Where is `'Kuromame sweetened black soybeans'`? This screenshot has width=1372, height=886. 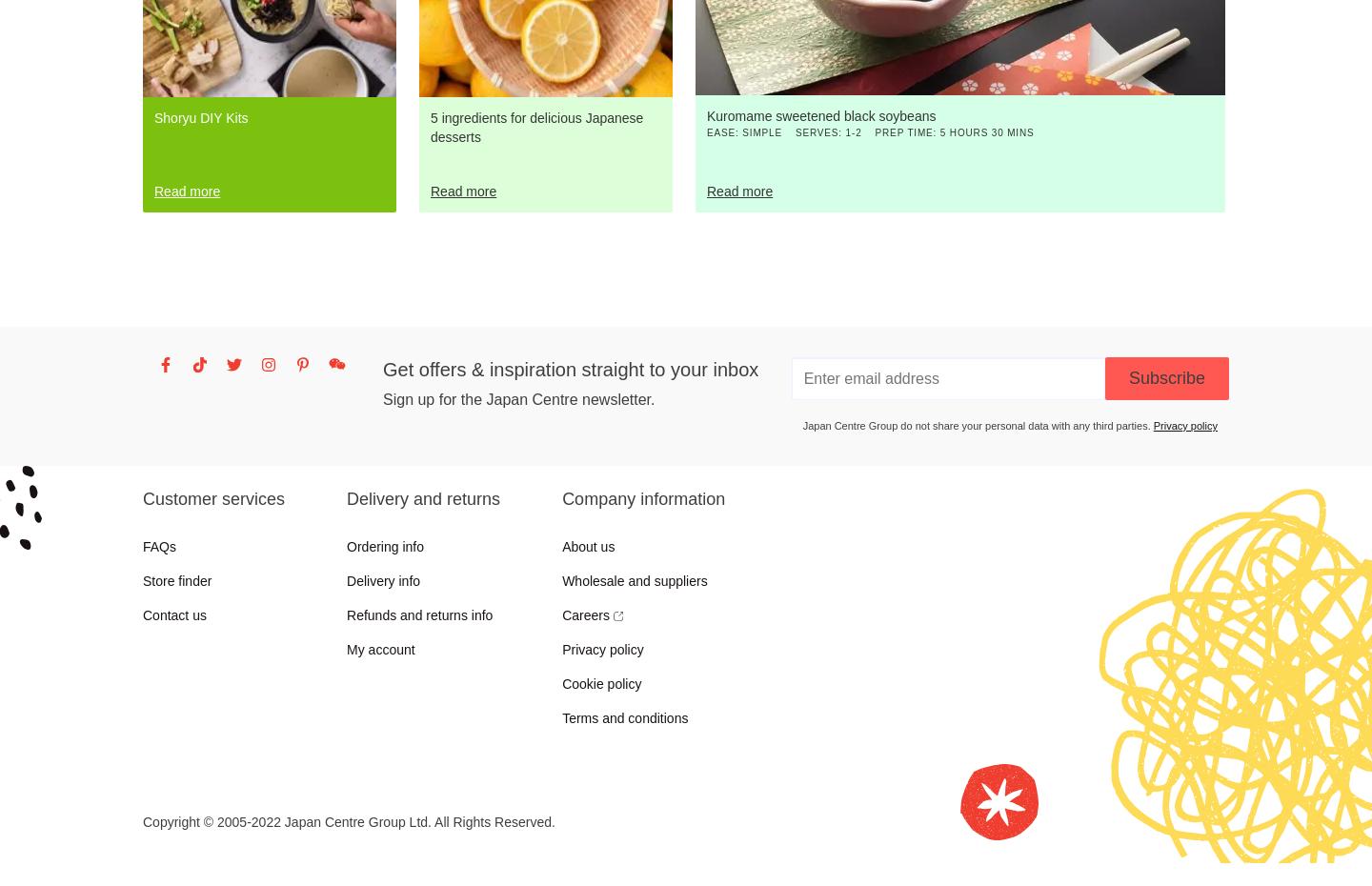
'Kuromame sweetened black soybeans' is located at coordinates (819, 116).